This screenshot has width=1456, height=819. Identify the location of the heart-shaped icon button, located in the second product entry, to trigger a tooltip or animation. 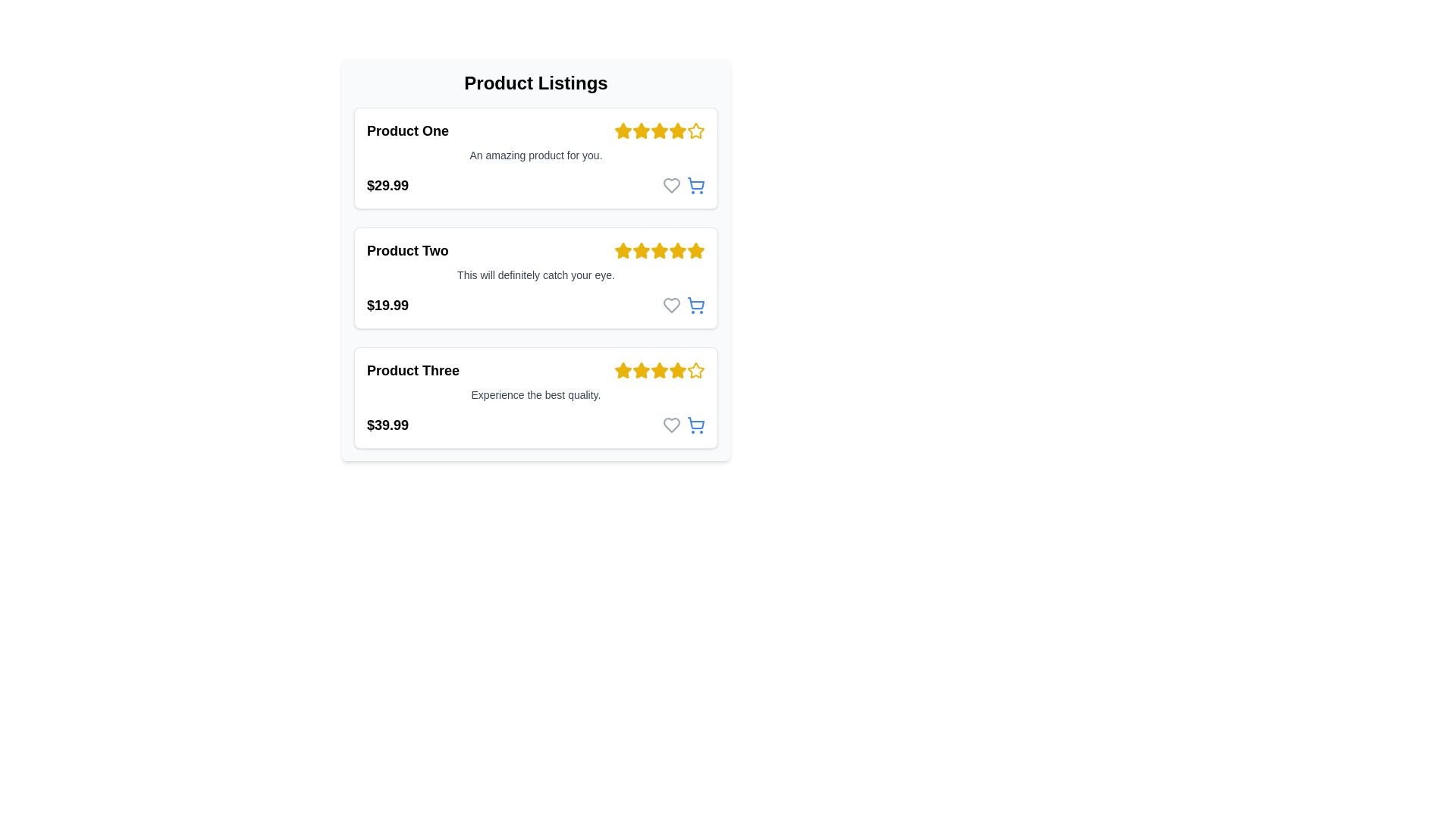
(671, 305).